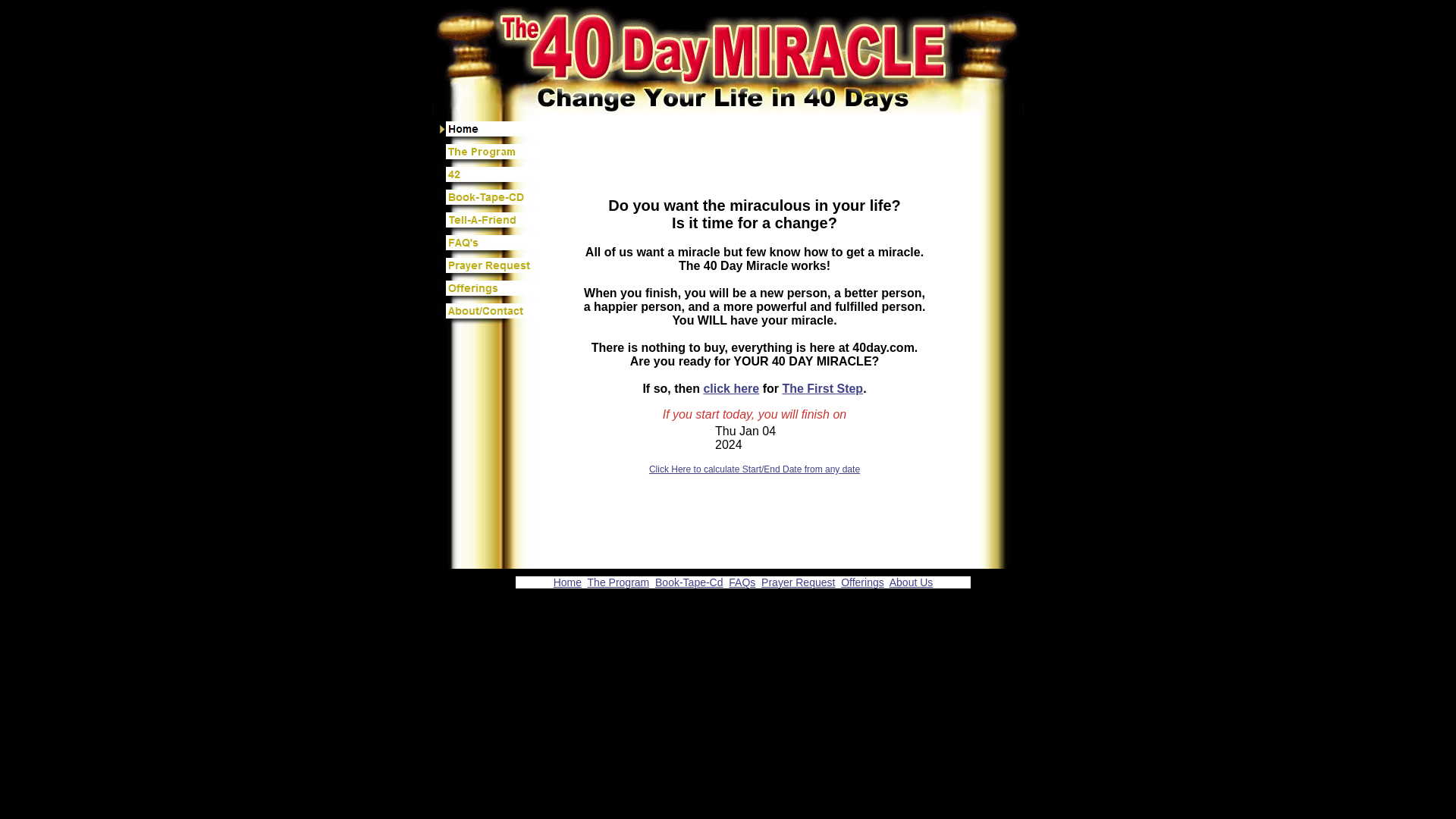  What do you see at coordinates (754, 467) in the screenshot?
I see `'Click Here to calculate Start/End Date from any date'` at bounding box center [754, 467].